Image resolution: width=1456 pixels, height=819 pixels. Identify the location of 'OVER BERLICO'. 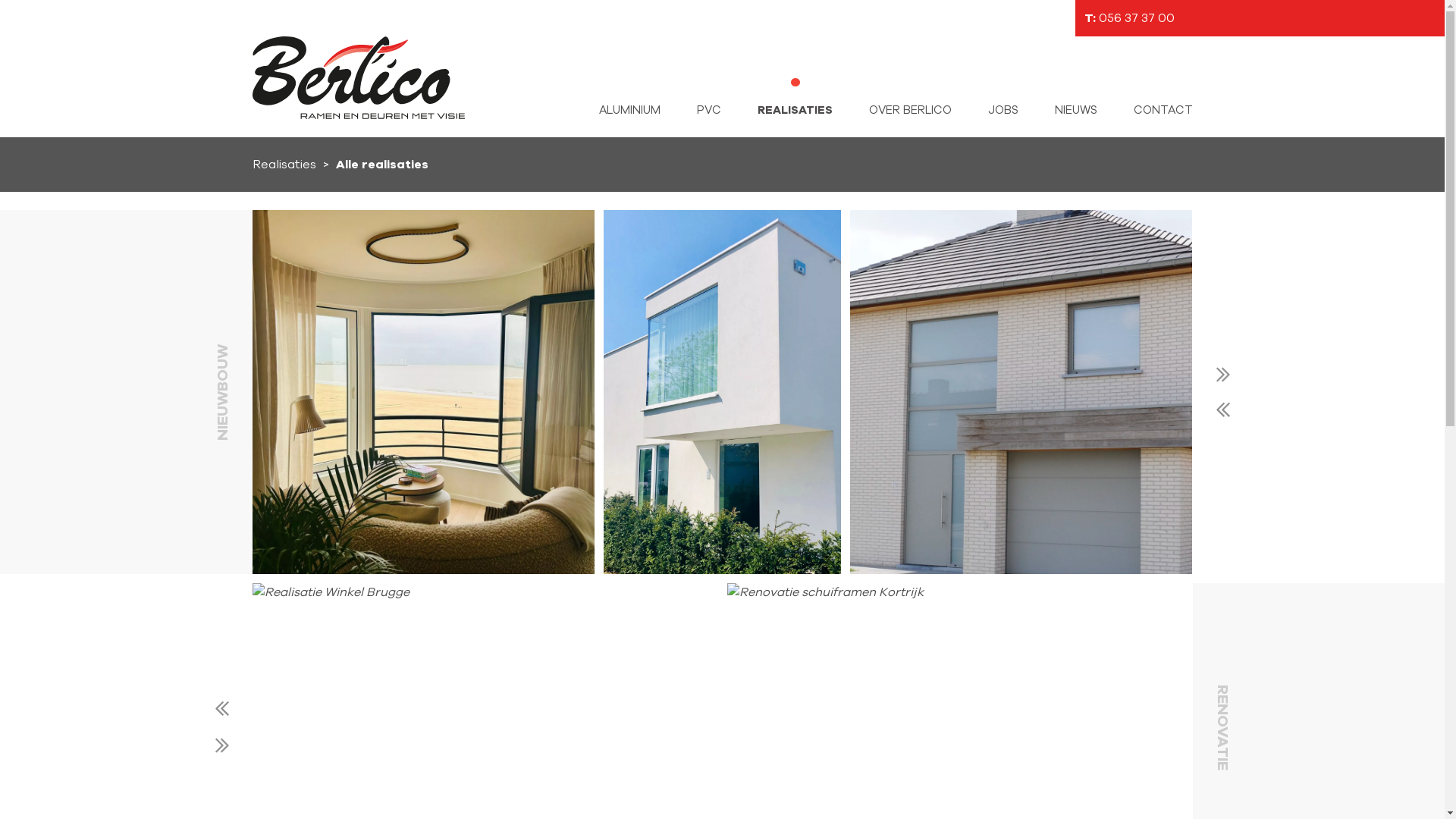
(910, 109).